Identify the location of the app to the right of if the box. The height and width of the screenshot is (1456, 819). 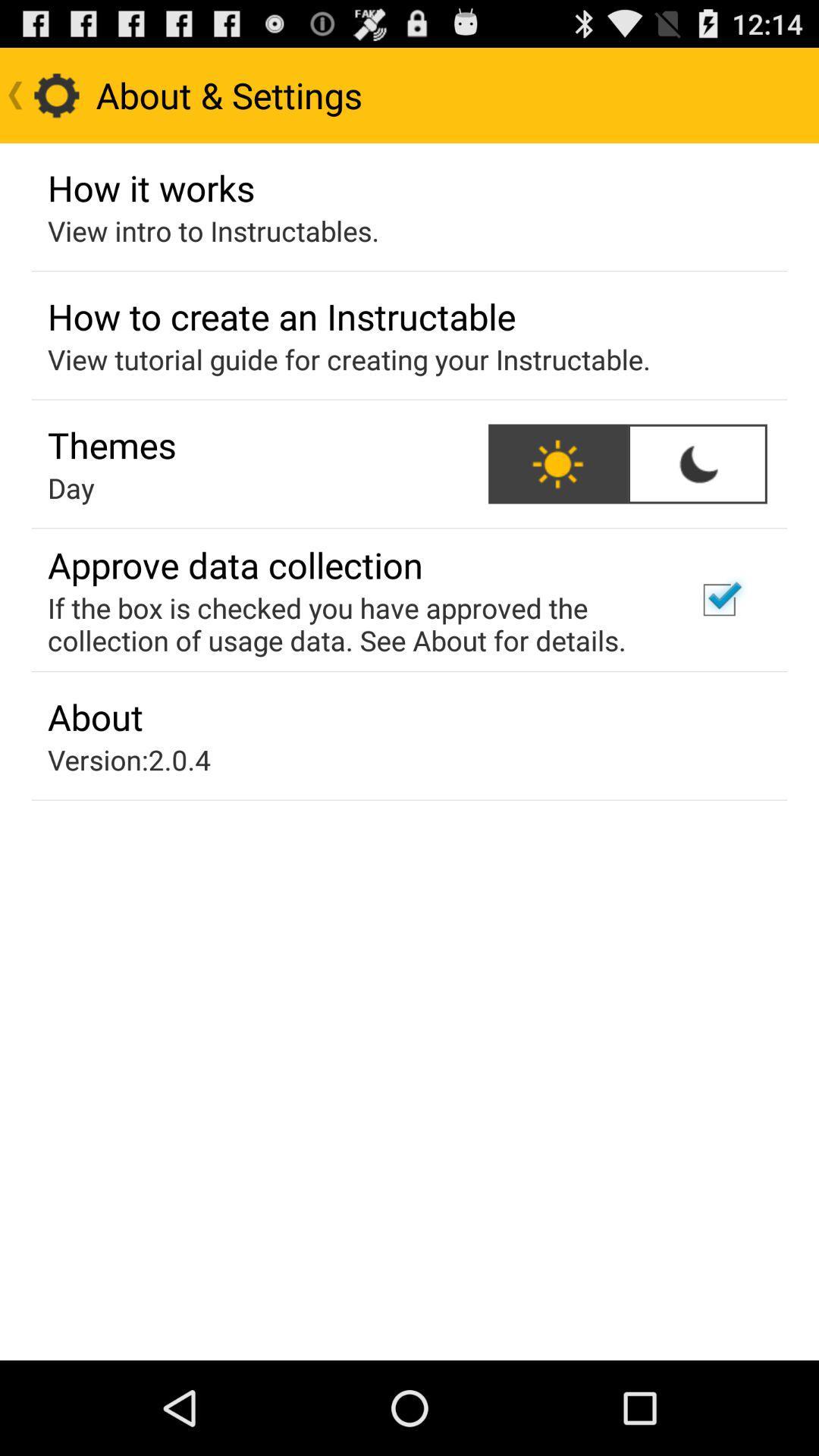
(718, 599).